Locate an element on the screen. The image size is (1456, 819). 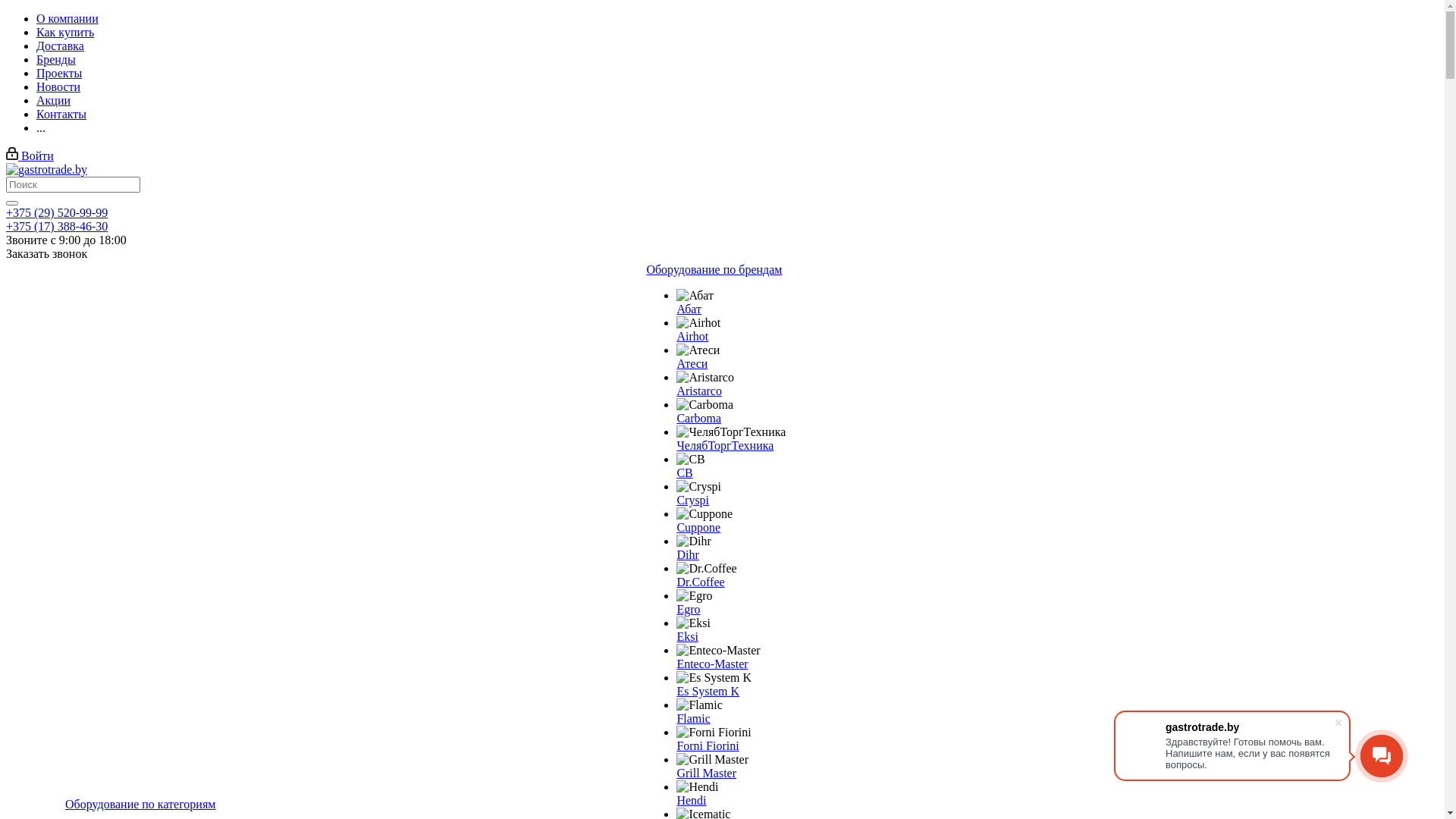
'Egro' is located at coordinates (676, 595).